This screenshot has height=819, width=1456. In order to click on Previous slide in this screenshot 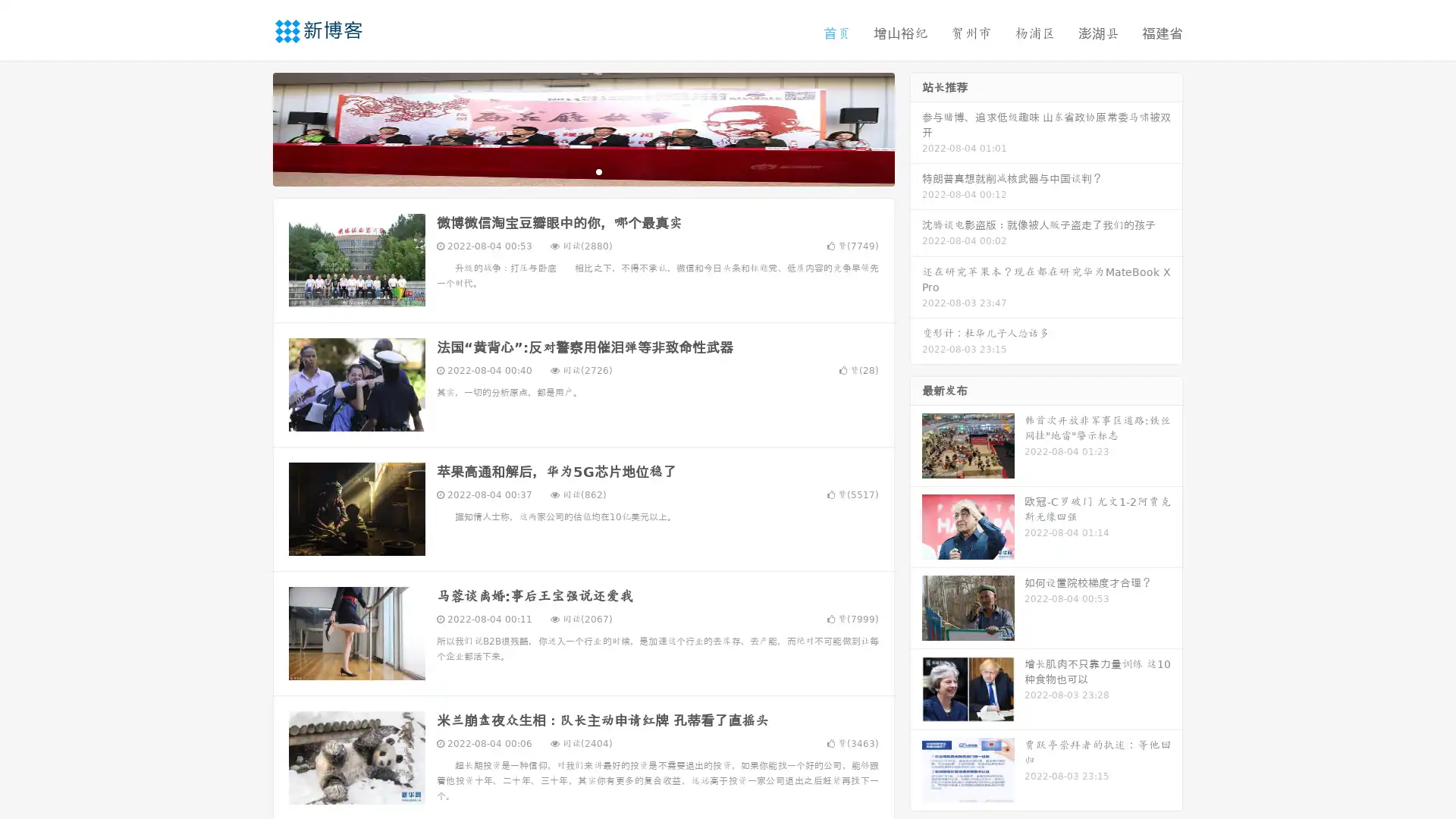, I will do `click(250, 127)`.